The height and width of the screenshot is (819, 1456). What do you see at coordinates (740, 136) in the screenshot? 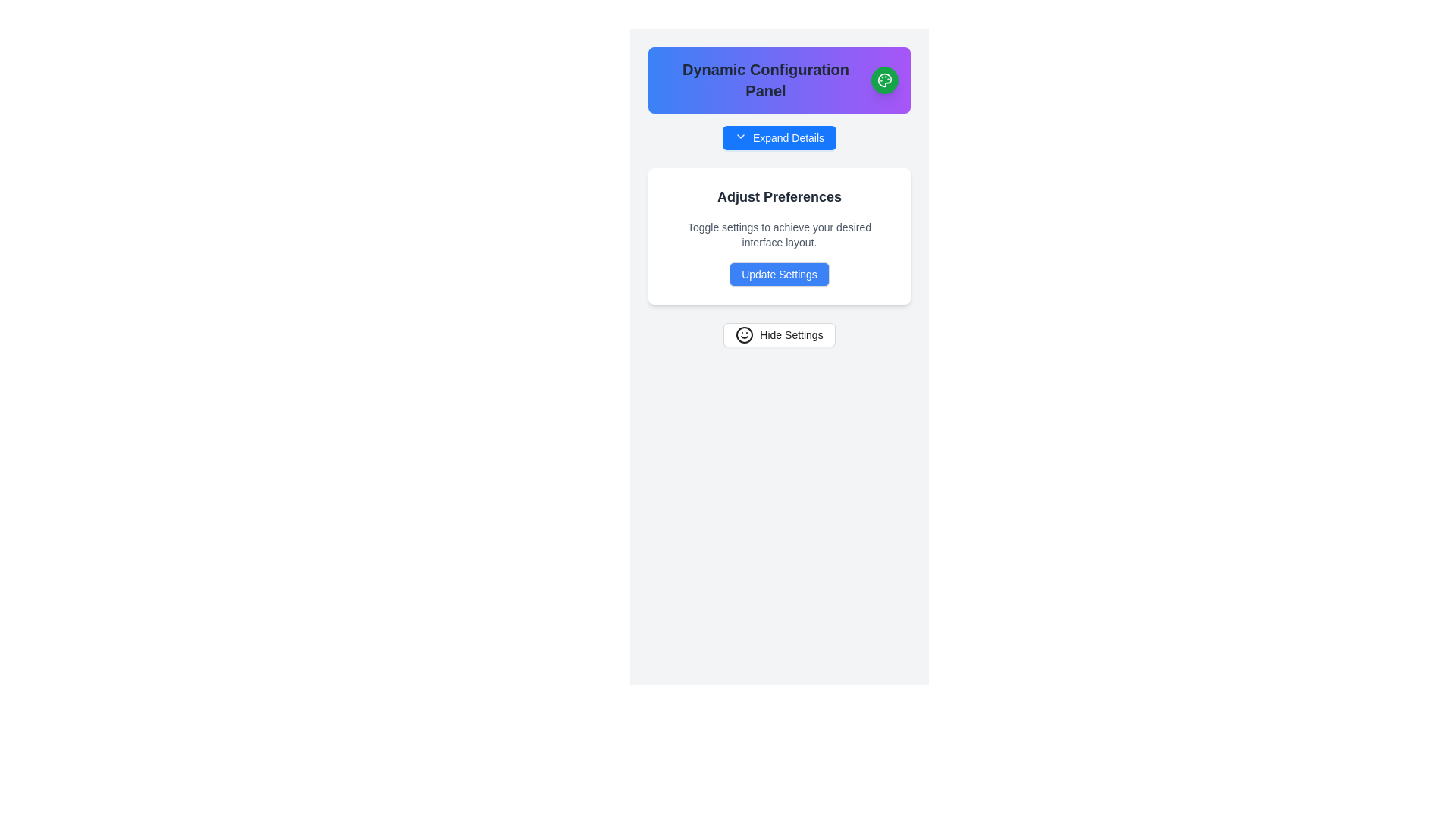
I see `the downward-facing chevron icon styled with thin lines, located inside a small button-like structure, which is positioned directly below the 'Dynamic Configuration Panel' header` at bounding box center [740, 136].